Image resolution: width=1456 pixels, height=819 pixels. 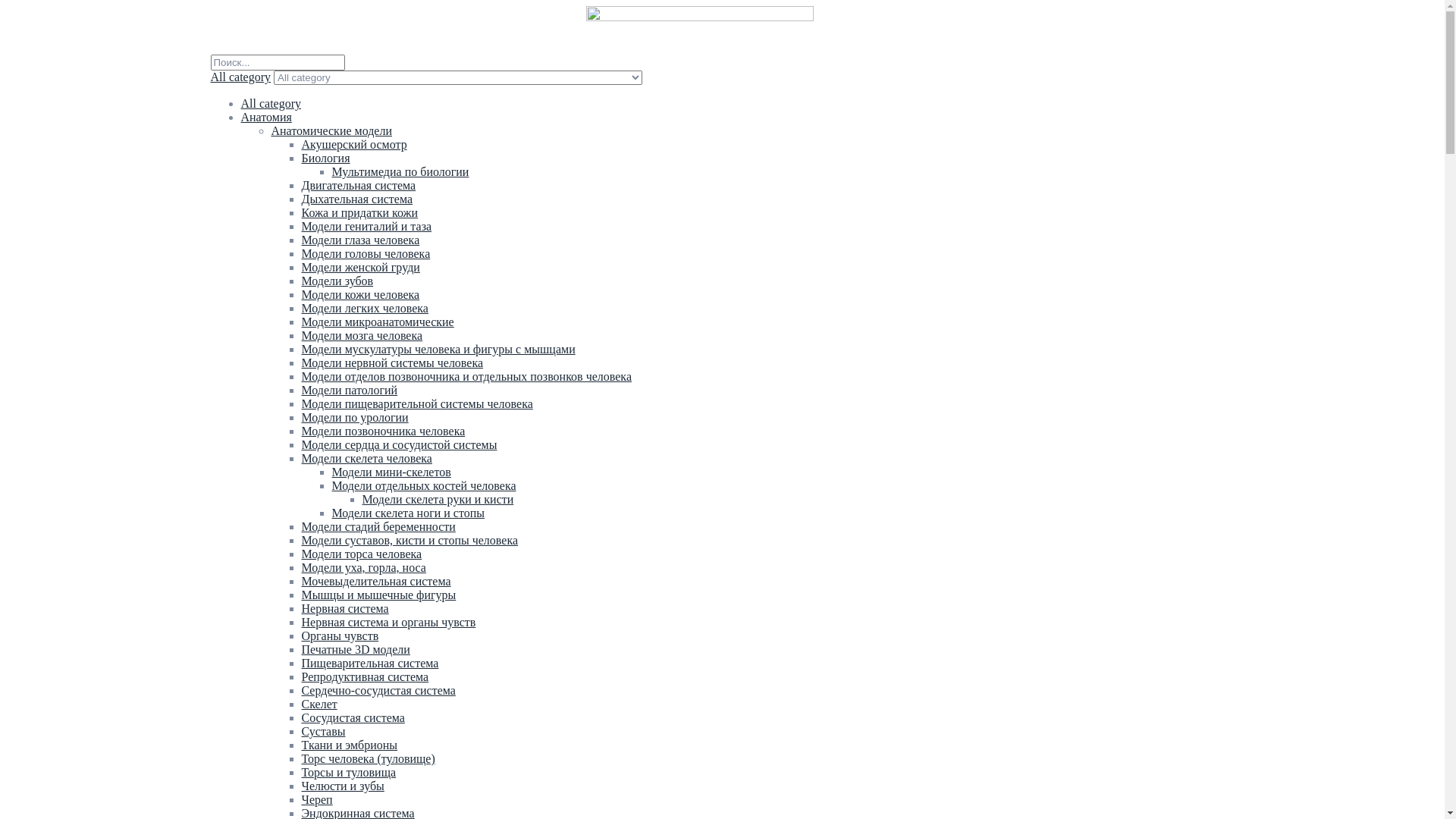 I want to click on 'All category', so click(x=271, y=102).